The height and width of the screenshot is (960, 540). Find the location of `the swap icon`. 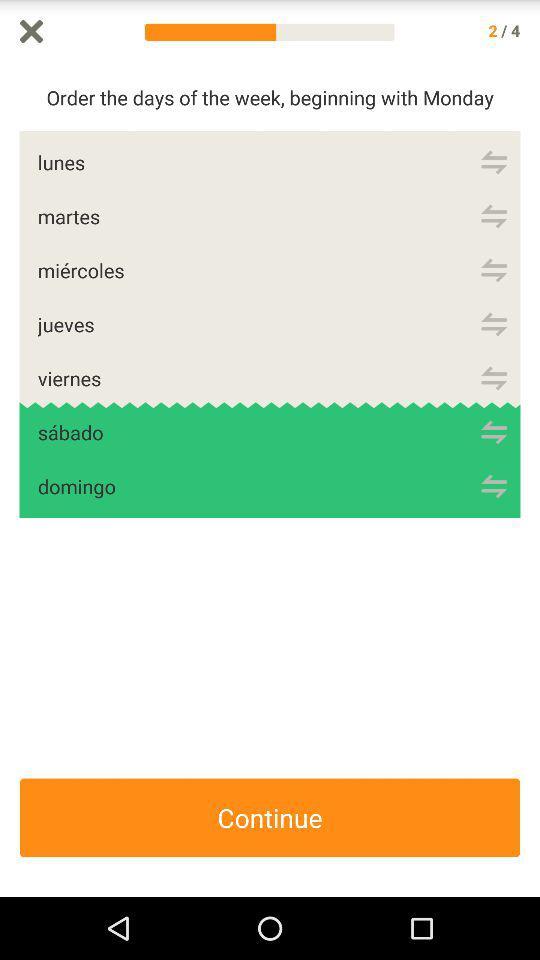

the swap icon is located at coordinates (493, 403).